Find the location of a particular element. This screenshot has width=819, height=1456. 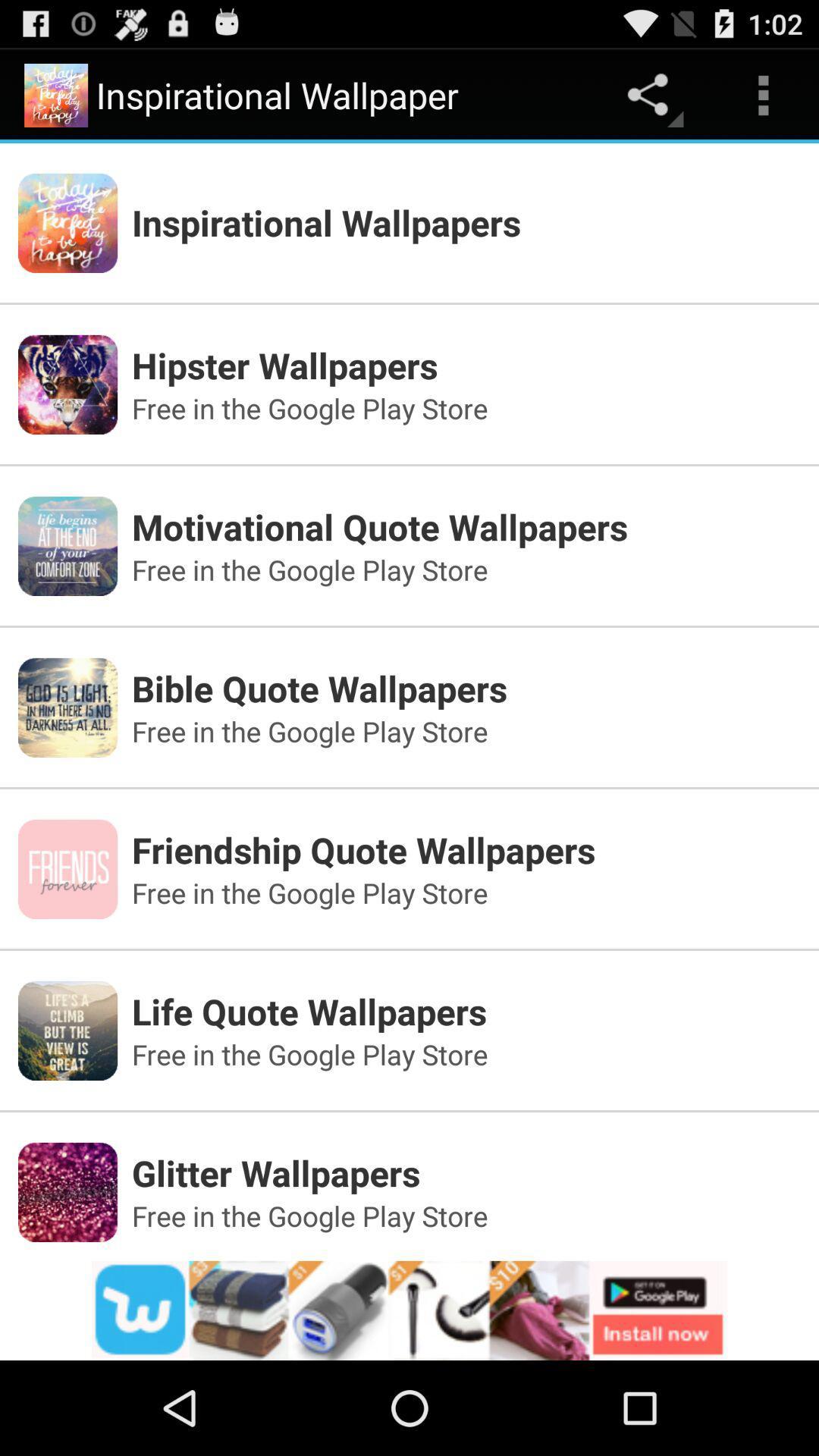

its an advertisement is located at coordinates (409, 1310).